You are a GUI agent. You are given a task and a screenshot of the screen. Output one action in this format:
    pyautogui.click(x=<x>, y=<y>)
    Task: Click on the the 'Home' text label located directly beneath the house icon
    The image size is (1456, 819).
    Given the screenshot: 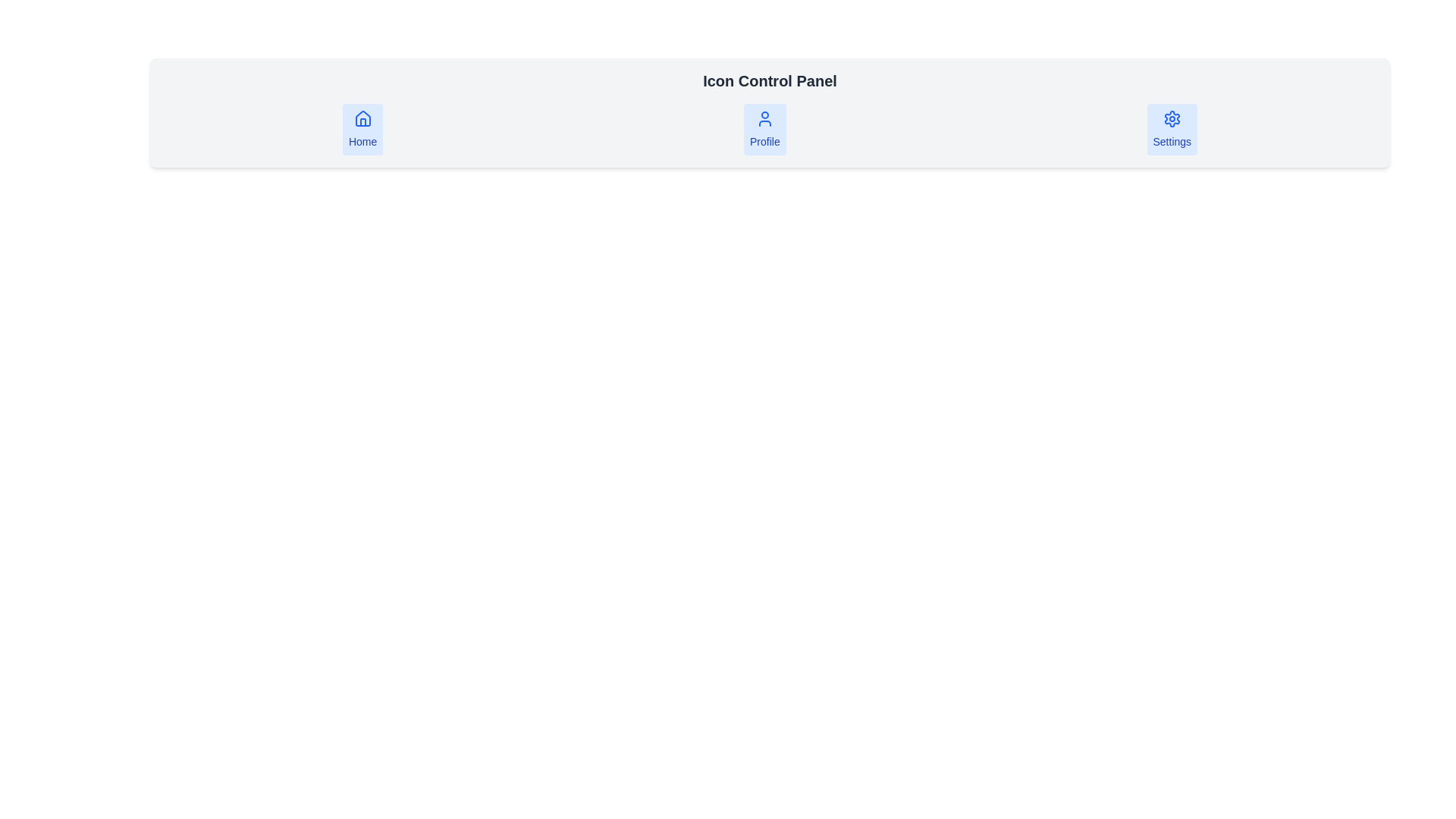 What is the action you would take?
    pyautogui.click(x=362, y=141)
    